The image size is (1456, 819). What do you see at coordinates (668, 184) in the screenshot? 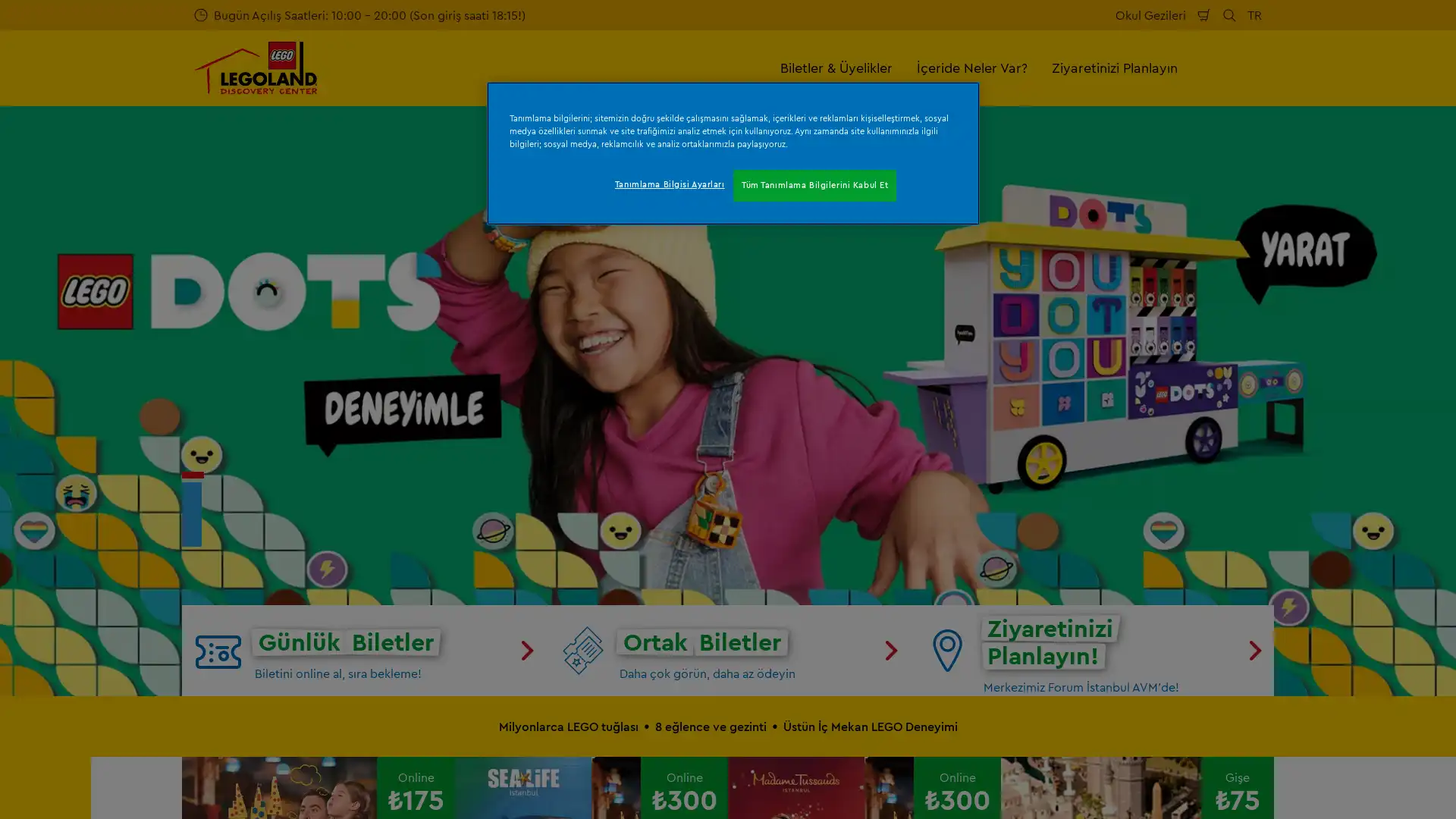
I see `Tanmlama Bilgisi Ayarlar` at bounding box center [668, 184].